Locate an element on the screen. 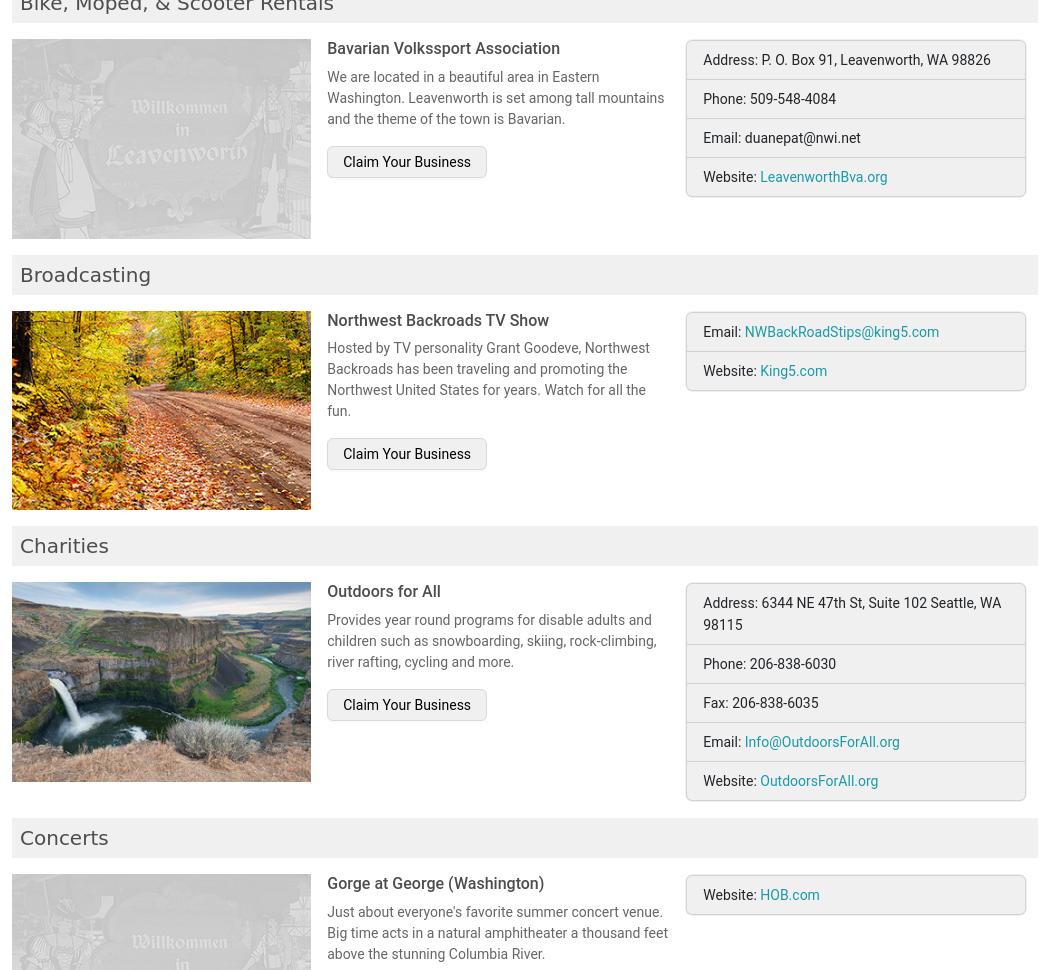  'Employment' is located at coordinates (469, 65).